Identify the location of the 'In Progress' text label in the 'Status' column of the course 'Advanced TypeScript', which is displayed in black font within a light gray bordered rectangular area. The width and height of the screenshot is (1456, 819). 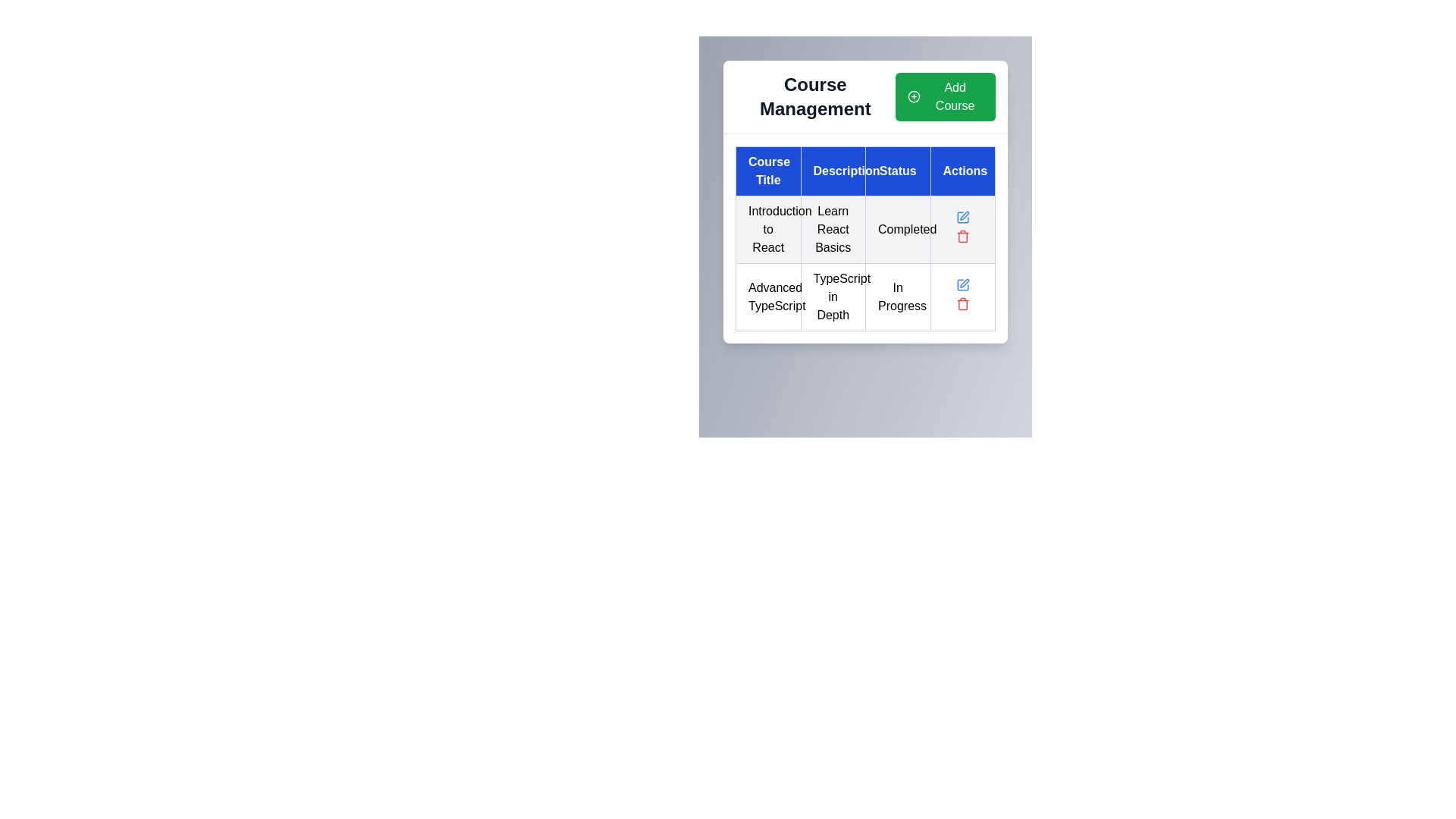
(898, 297).